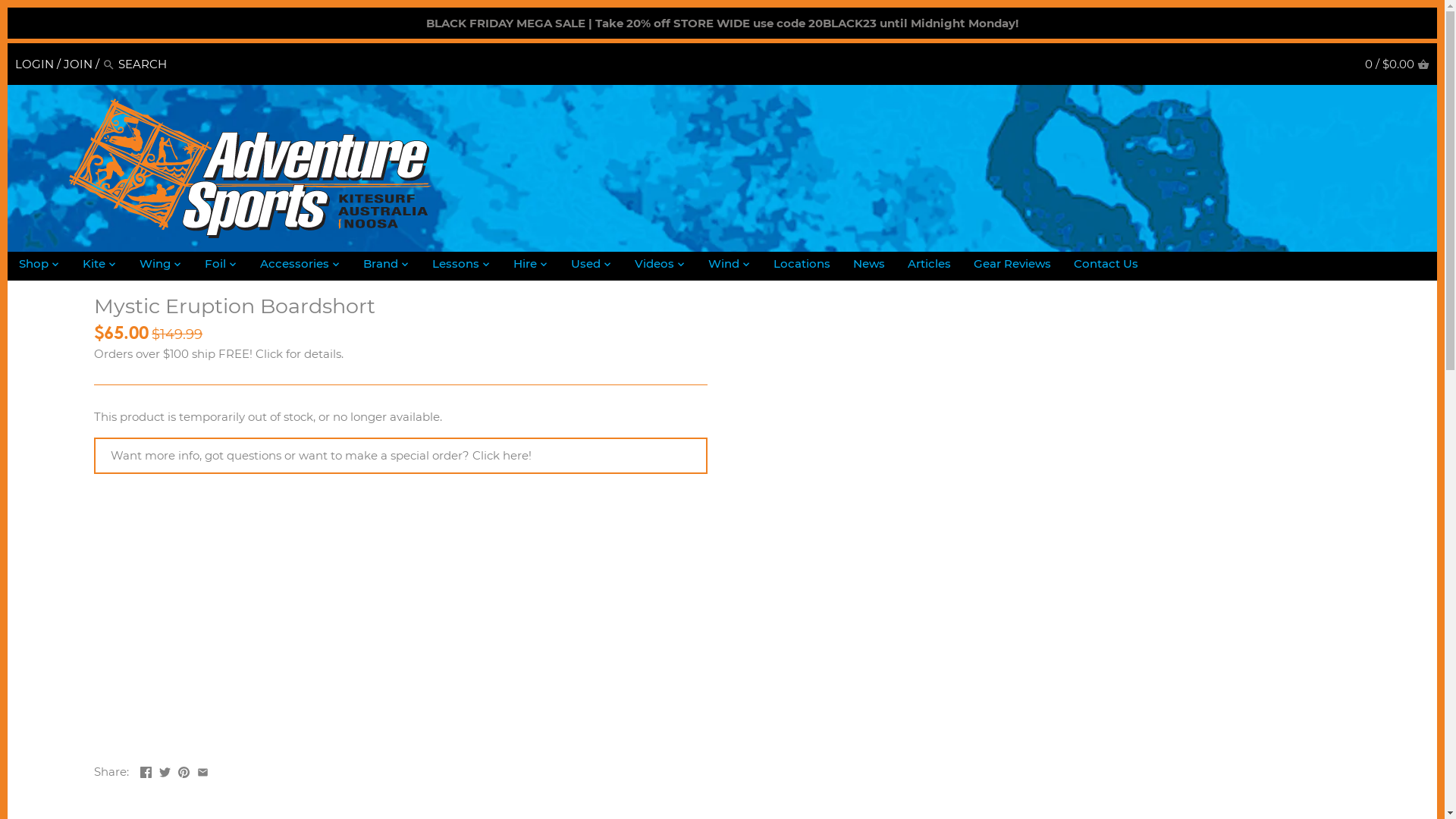 The image size is (1456, 819). What do you see at coordinates (183, 770) in the screenshot?
I see `'Pinterest'` at bounding box center [183, 770].